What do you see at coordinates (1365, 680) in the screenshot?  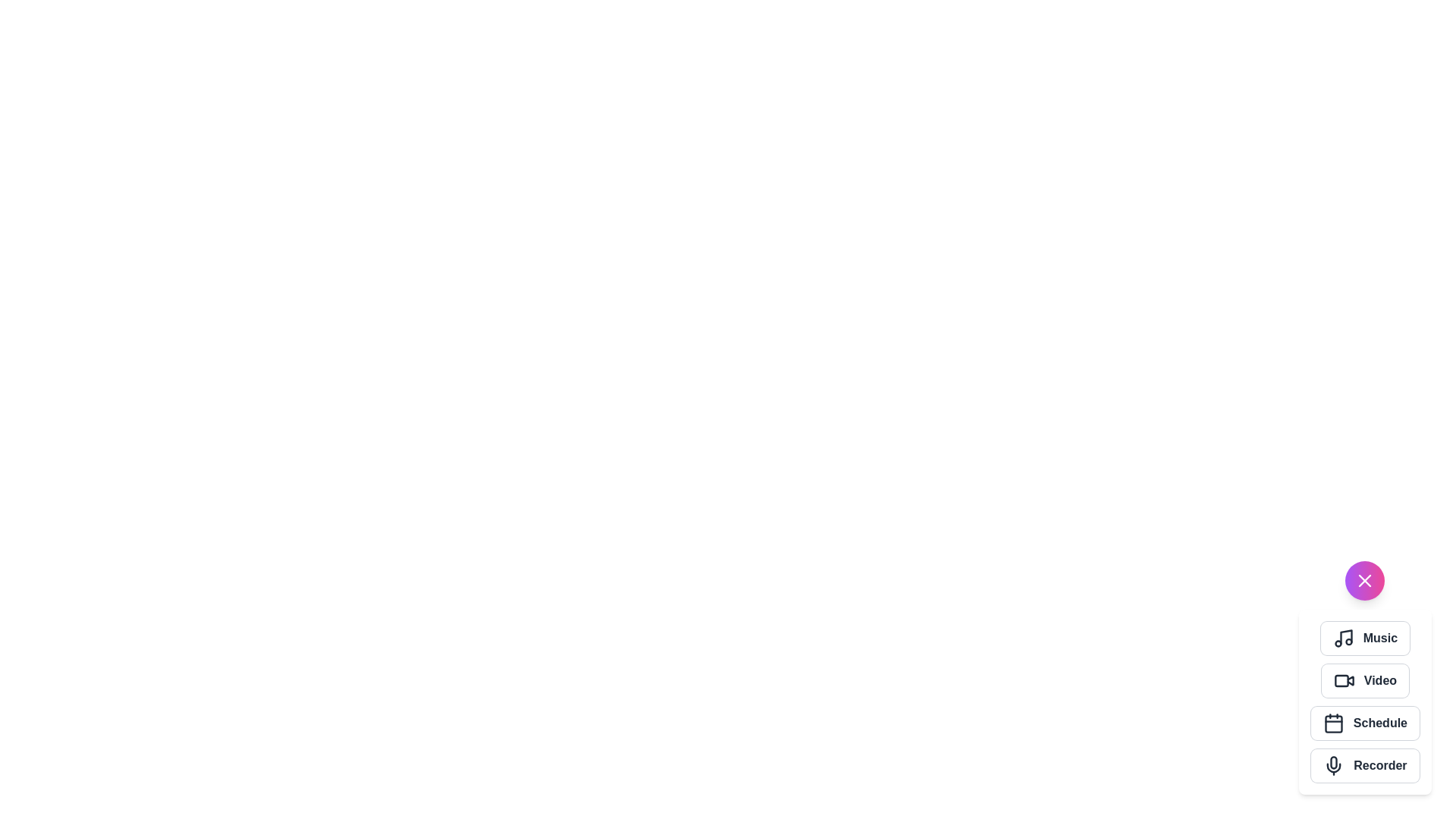 I see `the 'Video' button in the VibrantSpeedDial menu` at bounding box center [1365, 680].